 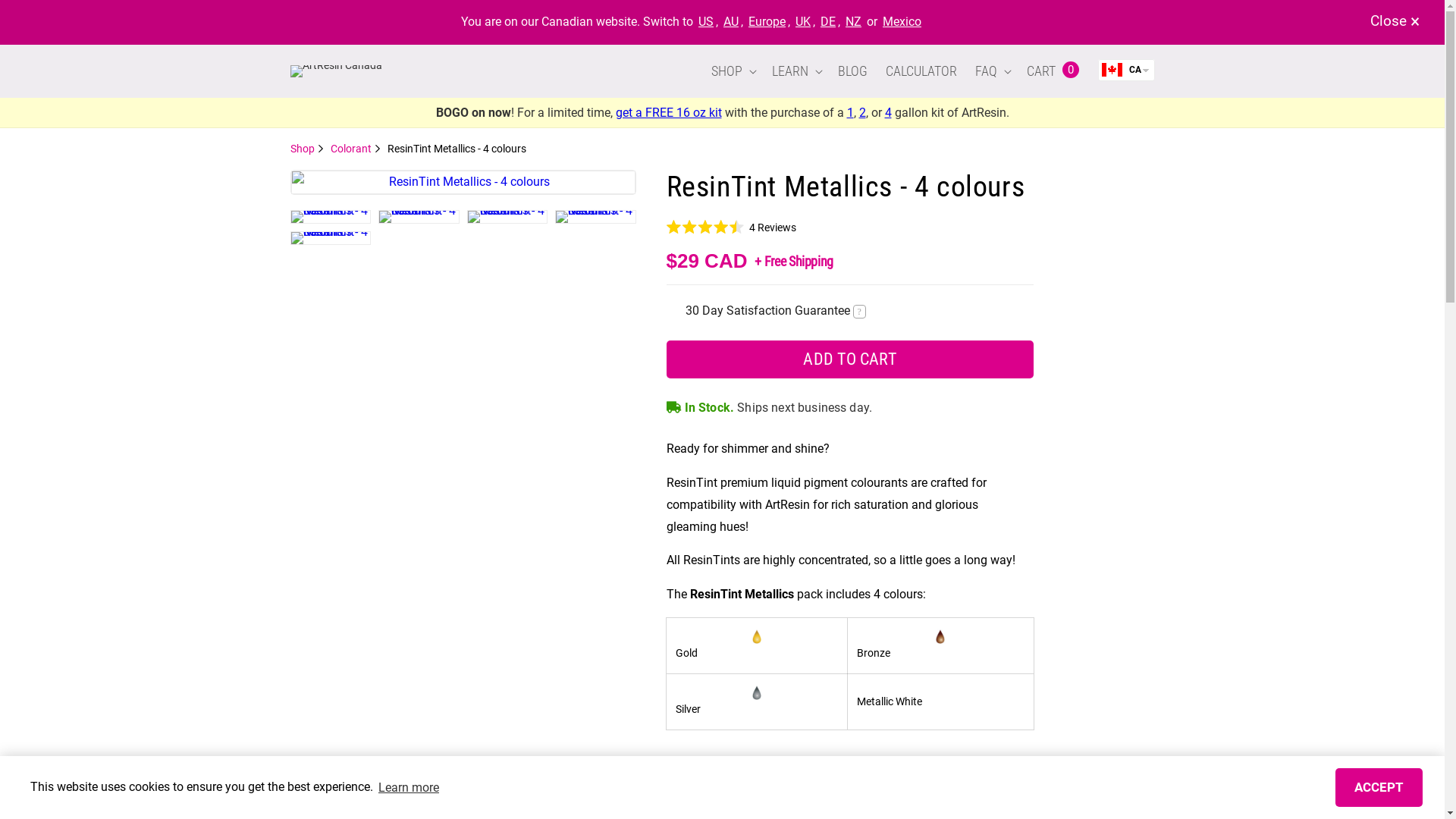 I want to click on 'CART', so click(x=1037, y=71).